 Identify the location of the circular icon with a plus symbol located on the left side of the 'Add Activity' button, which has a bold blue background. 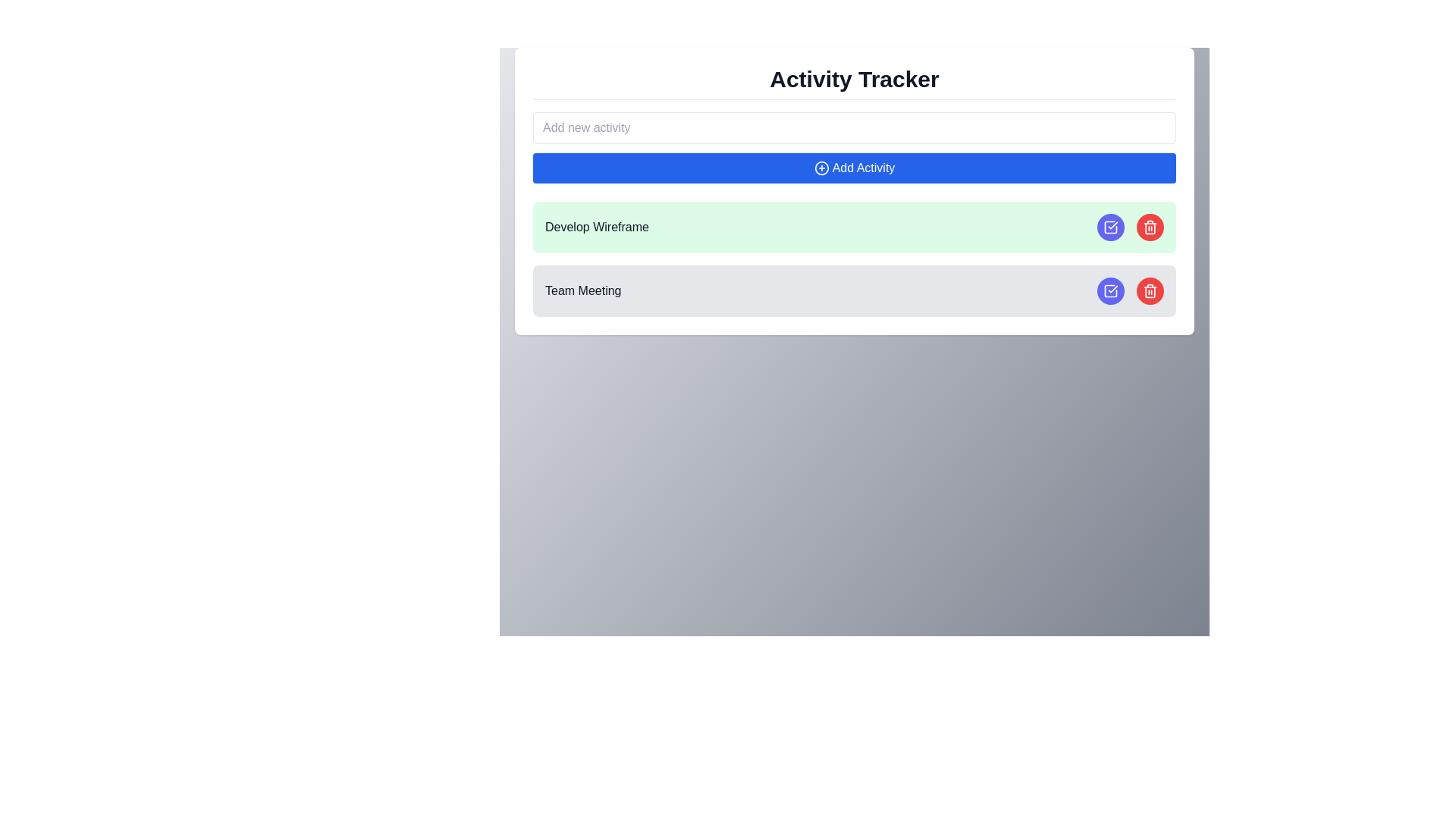
(821, 168).